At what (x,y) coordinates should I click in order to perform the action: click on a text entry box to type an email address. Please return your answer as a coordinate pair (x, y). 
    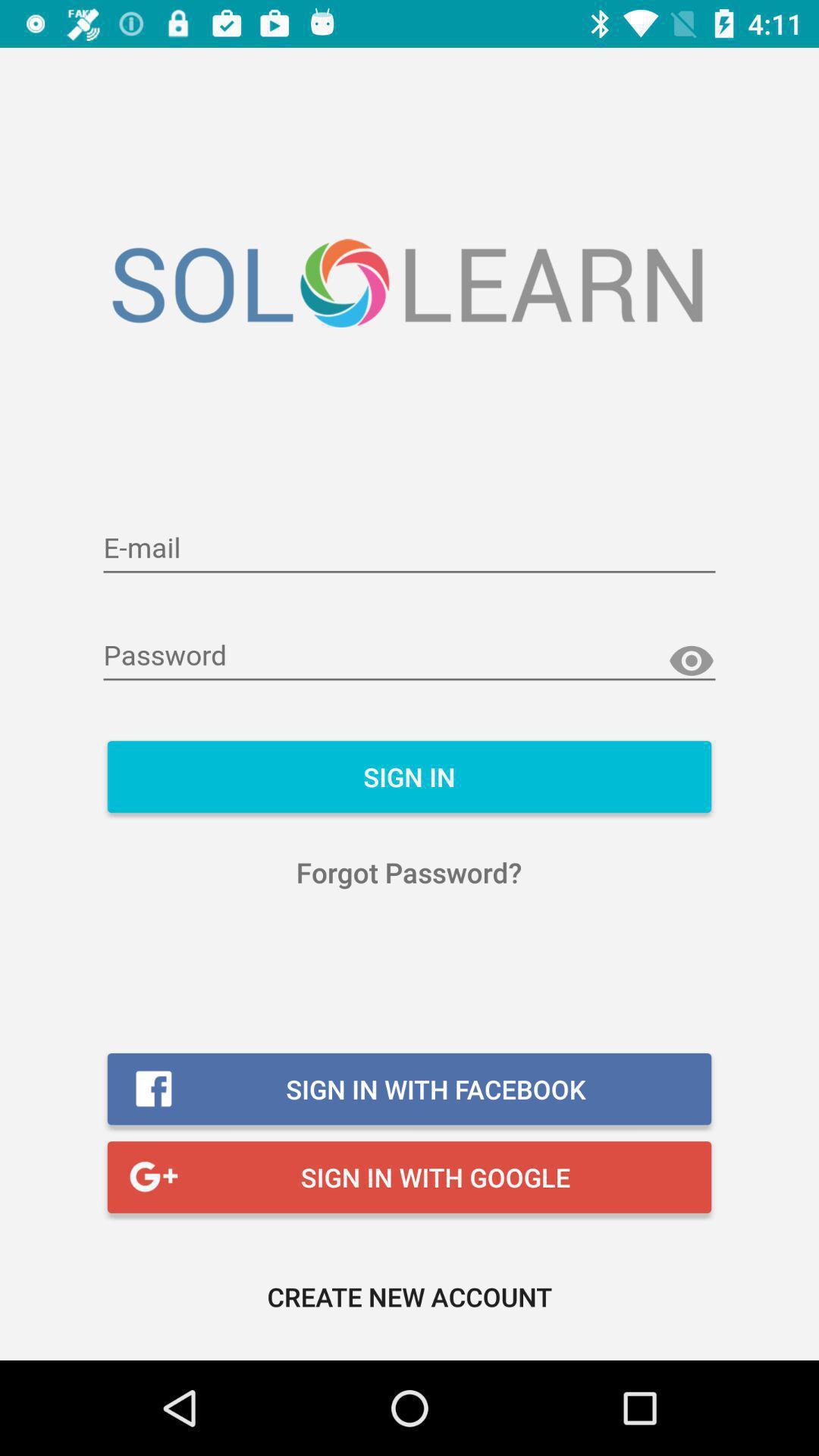
    Looking at the image, I should click on (409, 548).